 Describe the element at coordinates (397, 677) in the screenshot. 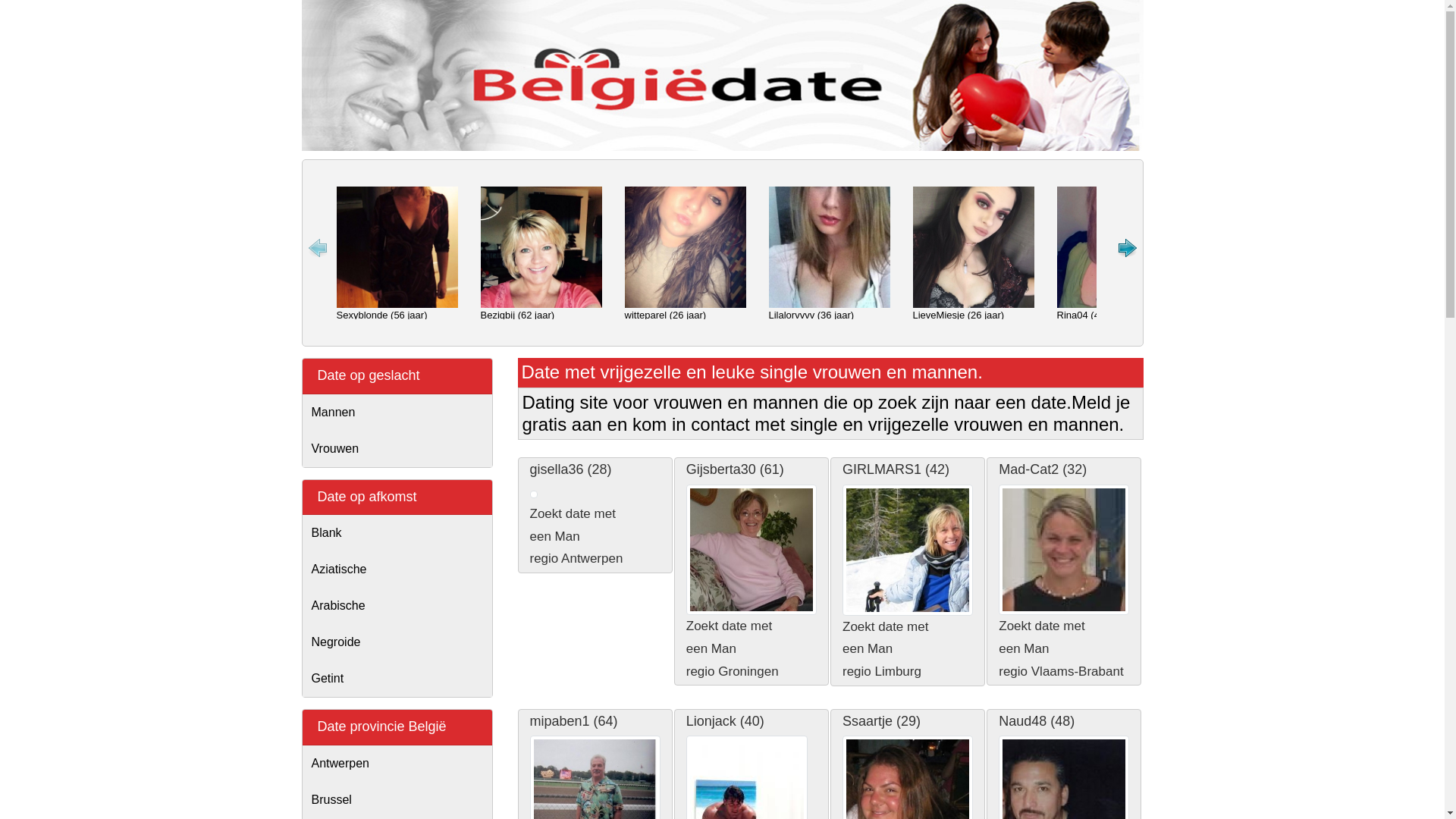

I see `'Getint'` at that location.